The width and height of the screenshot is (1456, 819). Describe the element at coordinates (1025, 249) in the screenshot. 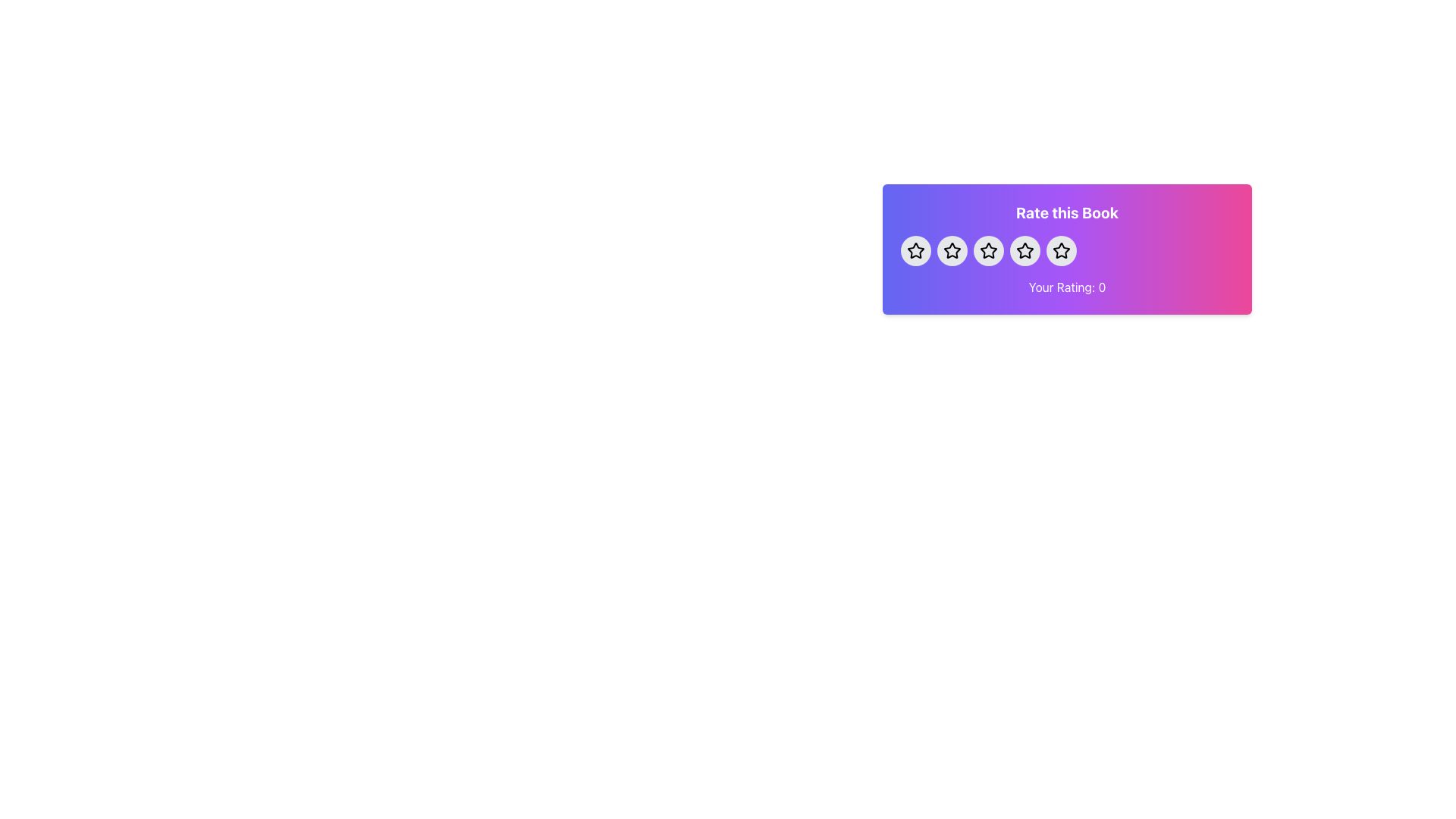

I see `the fourth star icon in the rating section` at that location.